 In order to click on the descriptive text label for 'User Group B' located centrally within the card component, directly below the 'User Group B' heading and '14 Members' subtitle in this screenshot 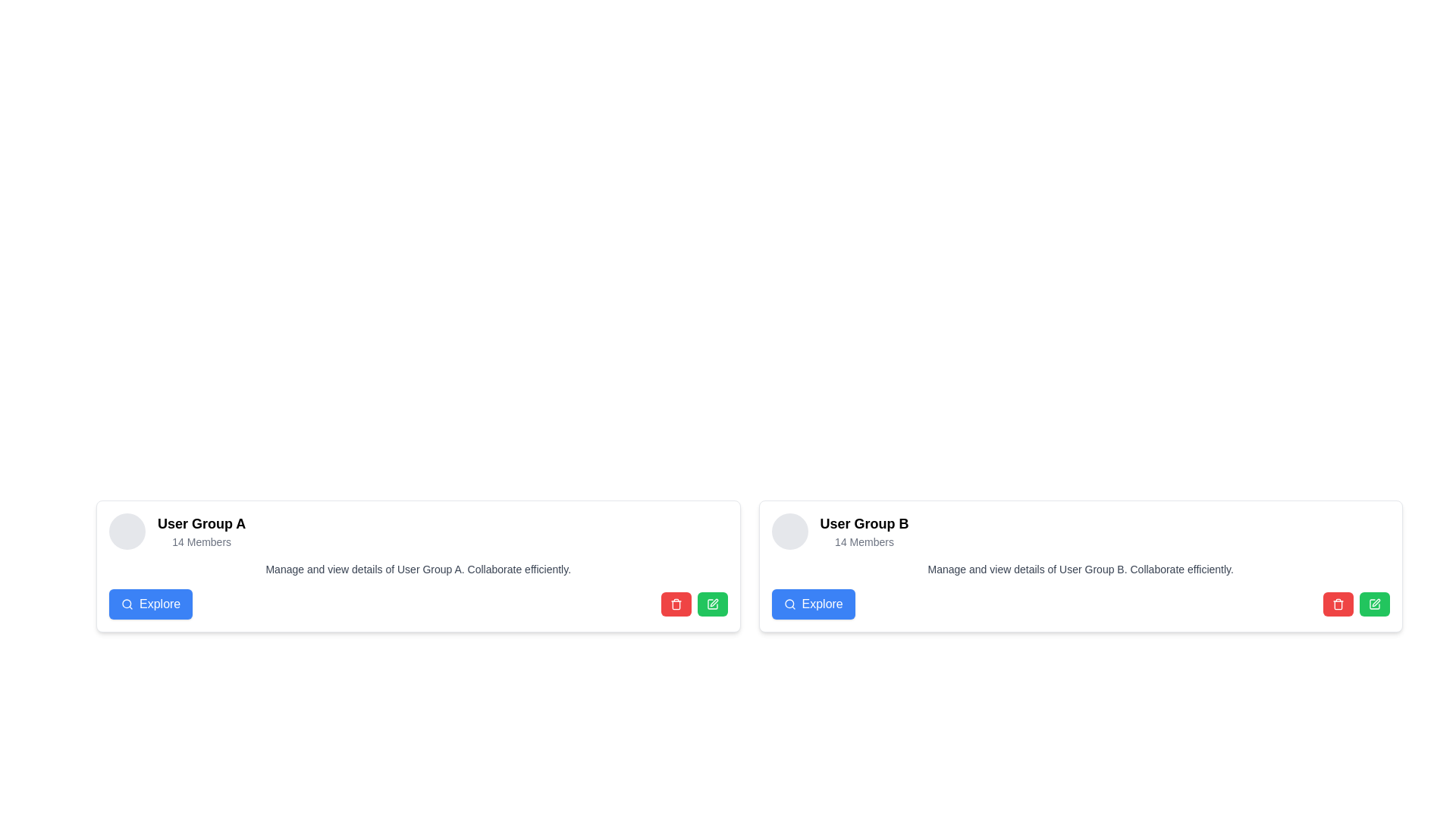, I will do `click(1080, 570)`.